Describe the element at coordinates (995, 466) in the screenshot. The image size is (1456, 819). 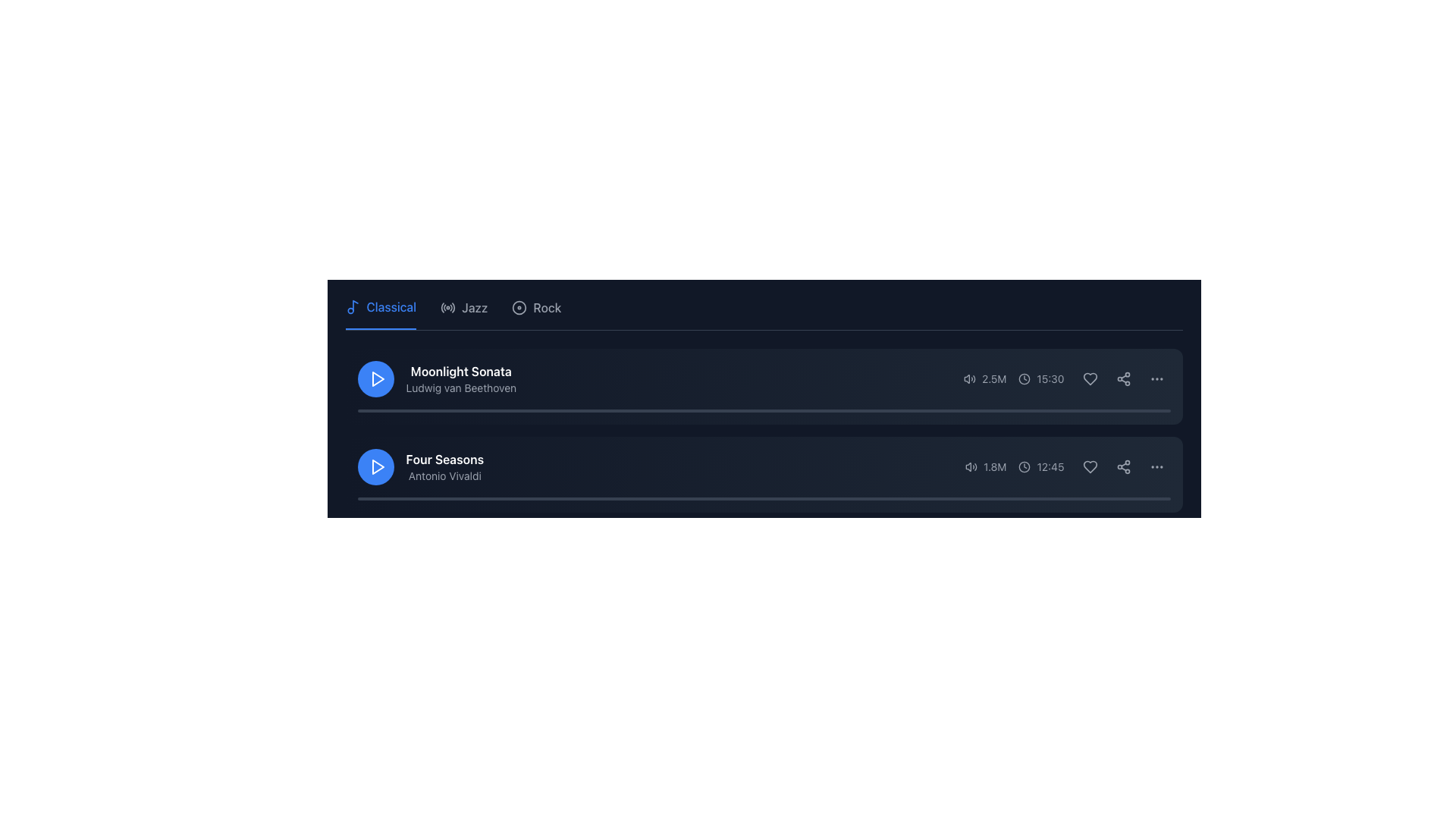
I see `the text label displaying '1.8M', which is positioned on the far-right end of the second row in the playlist interface` at that location.